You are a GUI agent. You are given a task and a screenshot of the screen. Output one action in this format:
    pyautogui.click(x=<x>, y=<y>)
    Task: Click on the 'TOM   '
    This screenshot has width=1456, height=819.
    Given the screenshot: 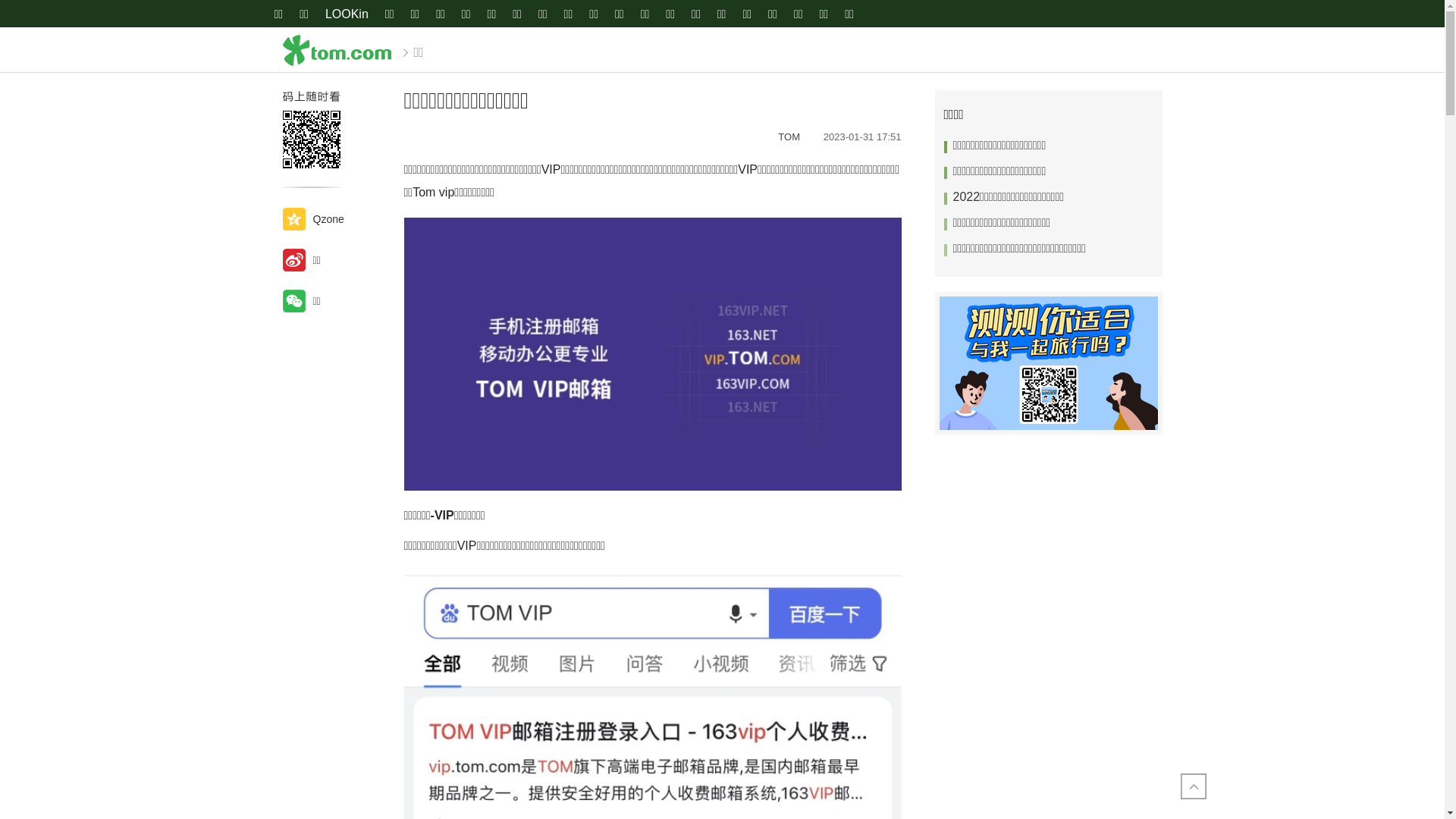 What is the action you would take?
    pyautogui.click(x=792, y=136)
    